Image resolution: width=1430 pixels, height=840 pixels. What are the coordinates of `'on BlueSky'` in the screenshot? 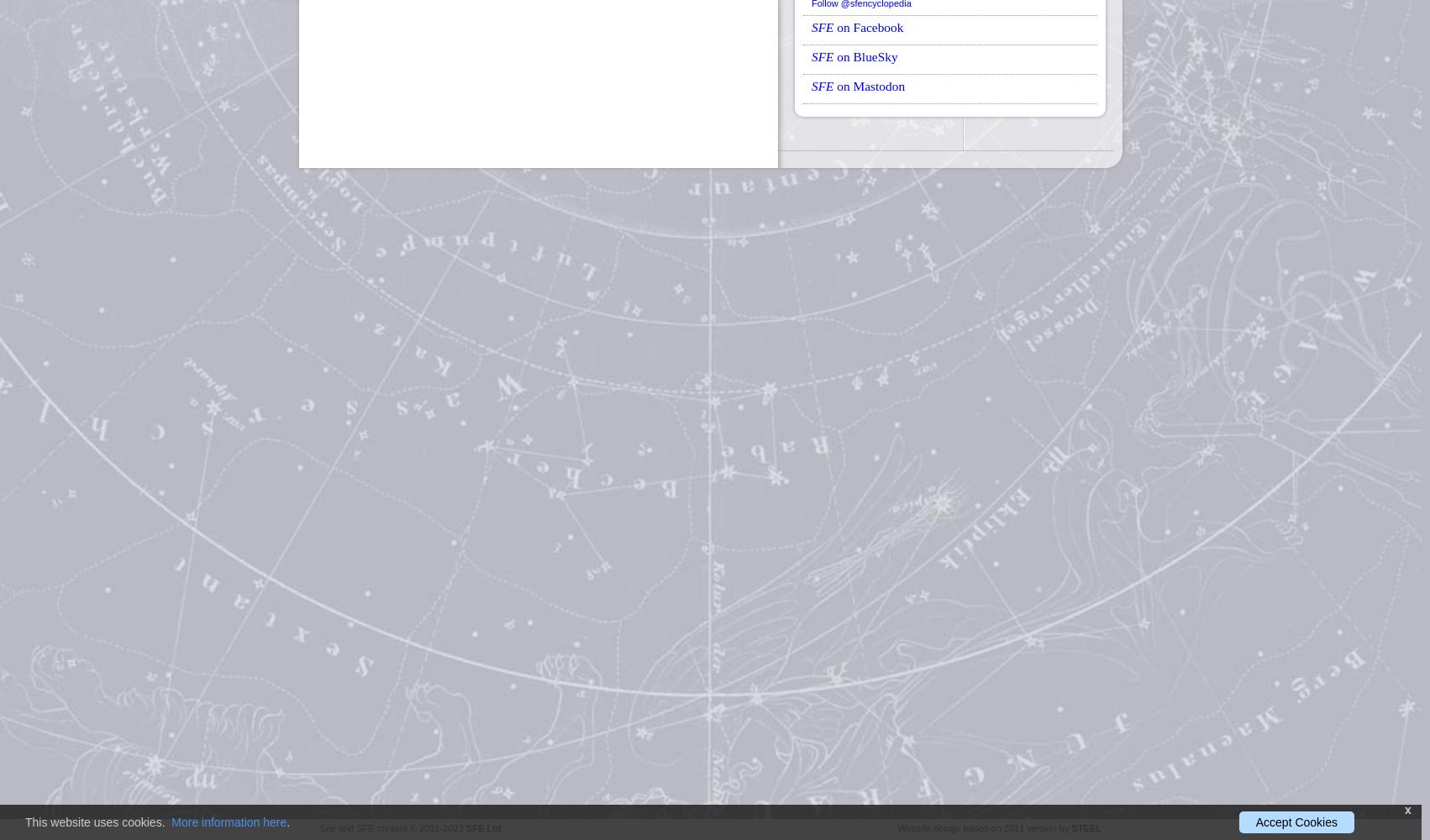 It's located at (865, 55).